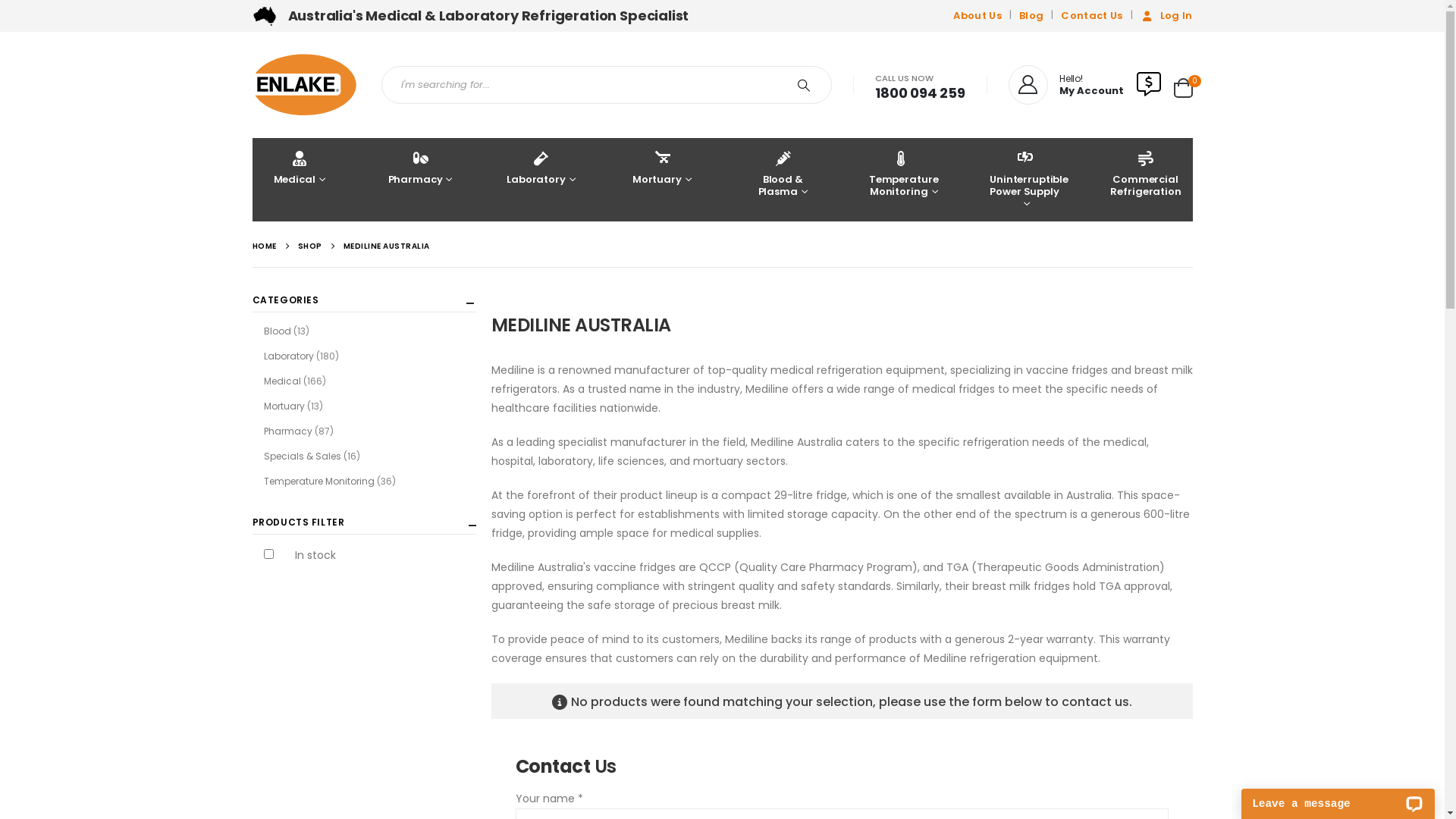  What do you see at coordinates (251, 178) in the screenshot?
I see `'Medical'` at bounding box center [251, 178].